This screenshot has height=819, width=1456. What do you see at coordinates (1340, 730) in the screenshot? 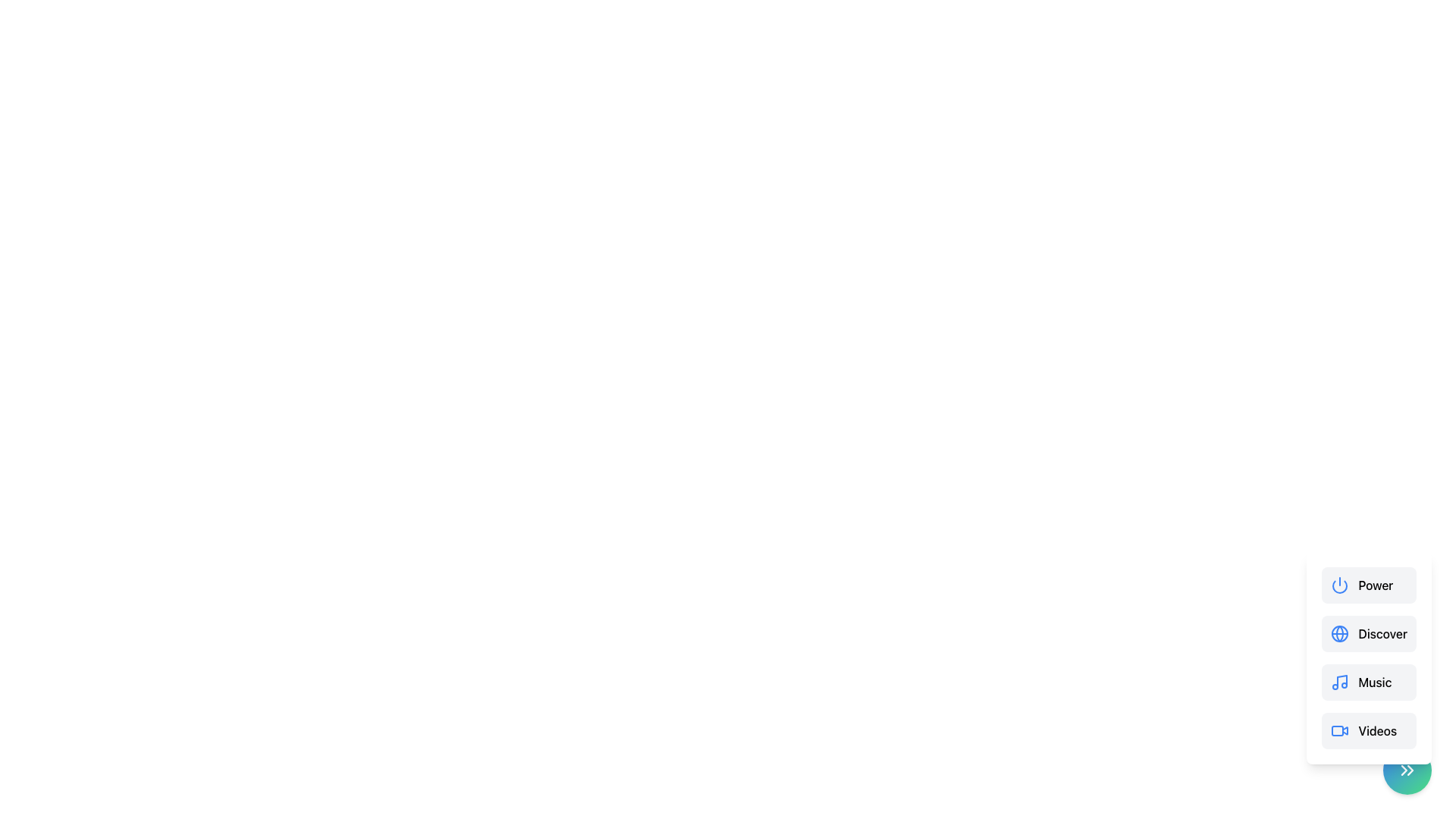
I see `the video camera icon with a blue outline located adjacent to the text 'Videos' within the rectangular button at the bottom of the vertical stack of action buttons` at bounding box center [1340, 730].